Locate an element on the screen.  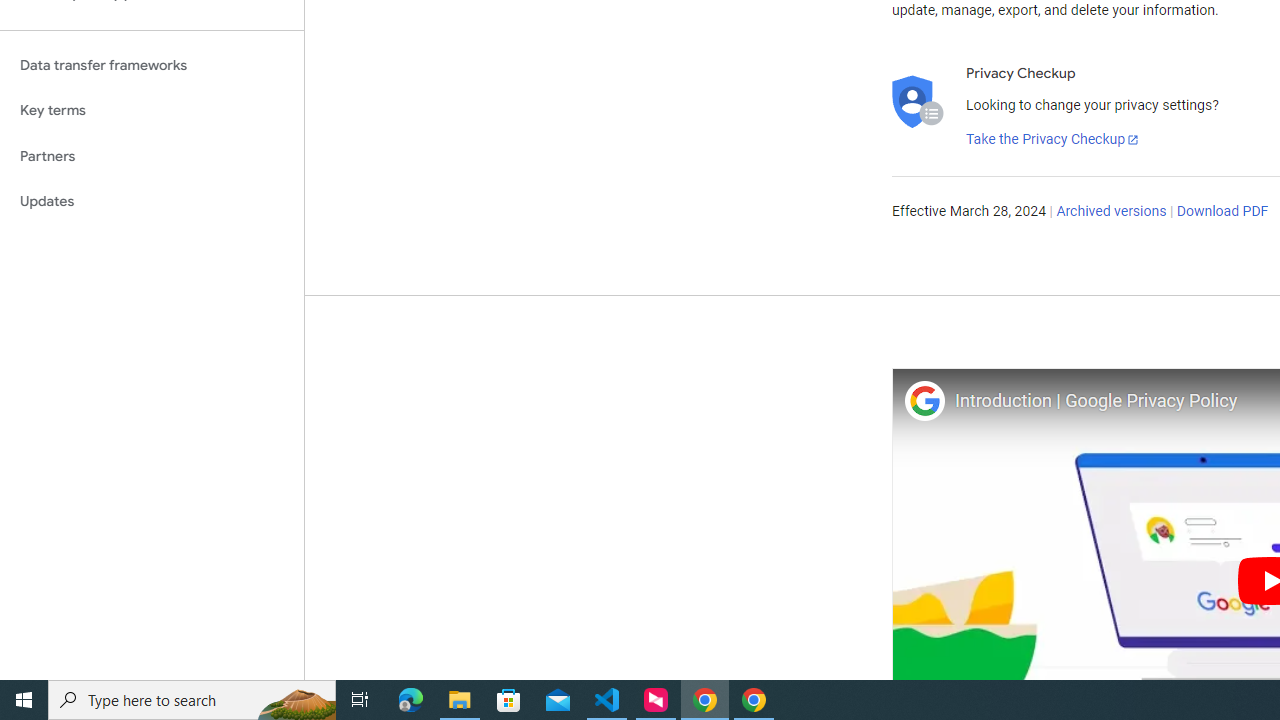
'Key terms' is located at coordinates (151, 110).